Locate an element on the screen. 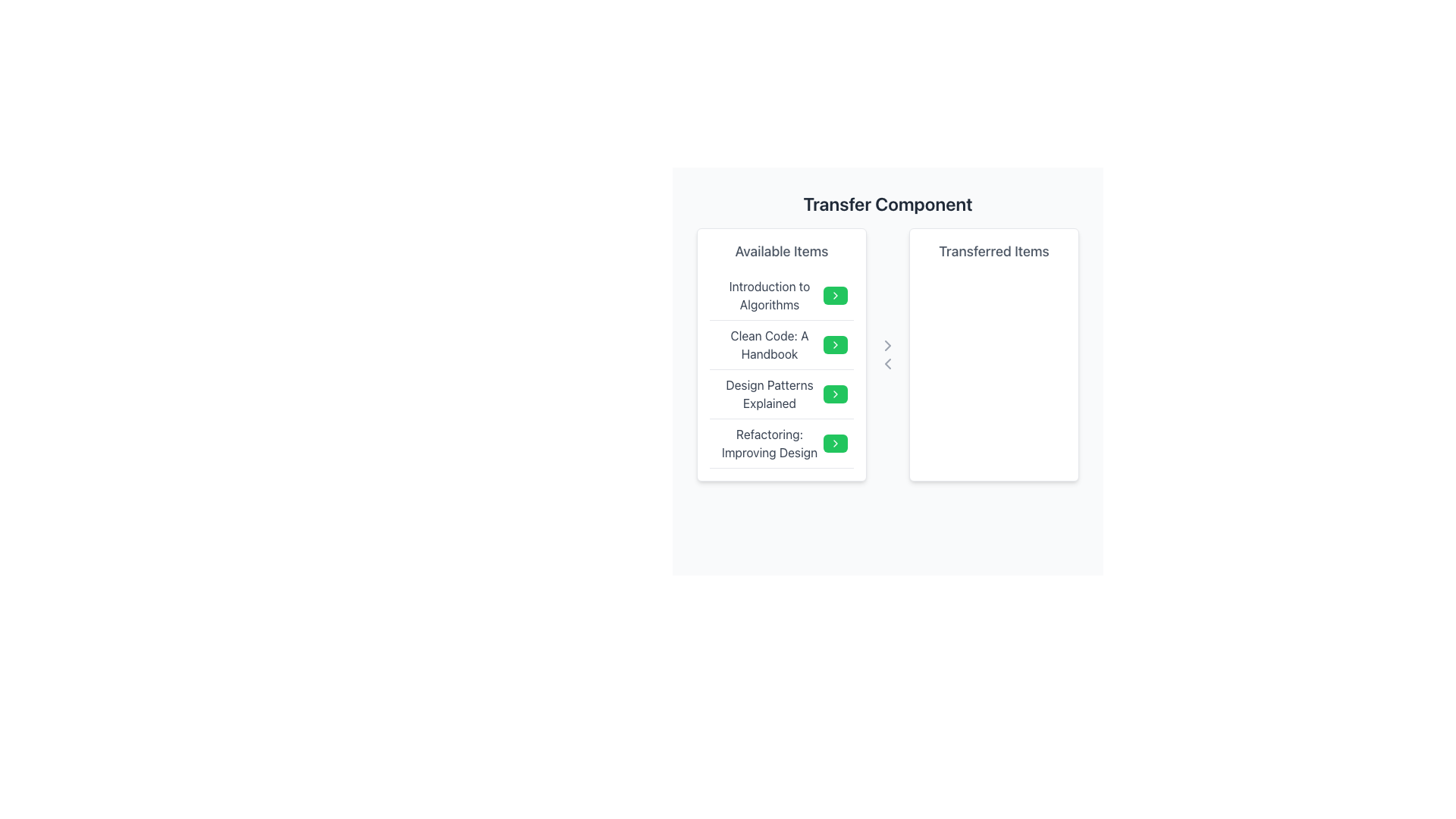  text of the second selectable item in the 'Available Items' list, which is positioned below 'Introduction to Algorithms' and above 'Design Patterns Explained' is located at coordinates (769, 345).